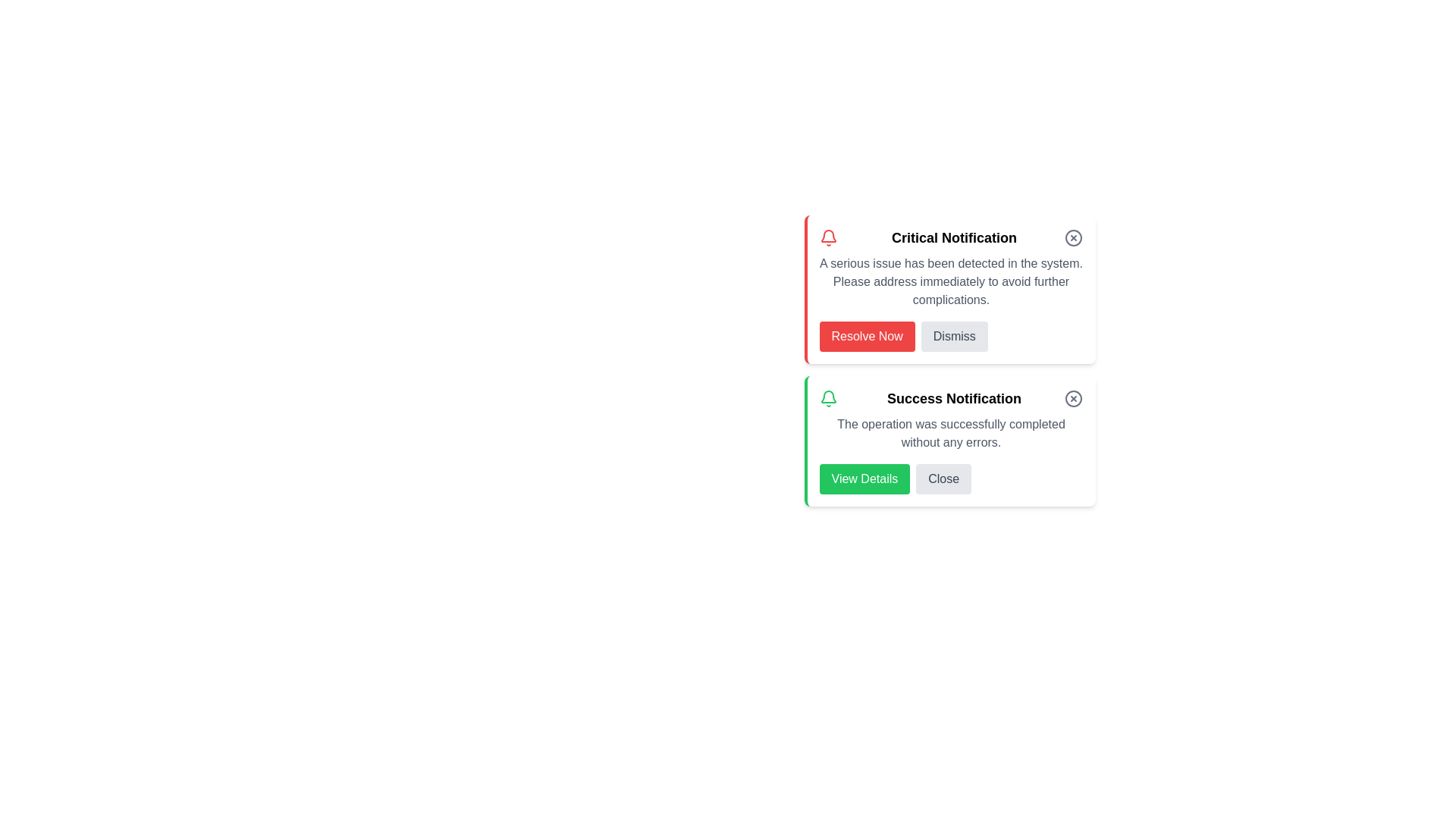 This screenshot has height=819, width=1456. Describe the element at coordinates (953, 335) in the screenshot. I see `the 'Dismiss' button with a gray background and rounded corners` at that location.